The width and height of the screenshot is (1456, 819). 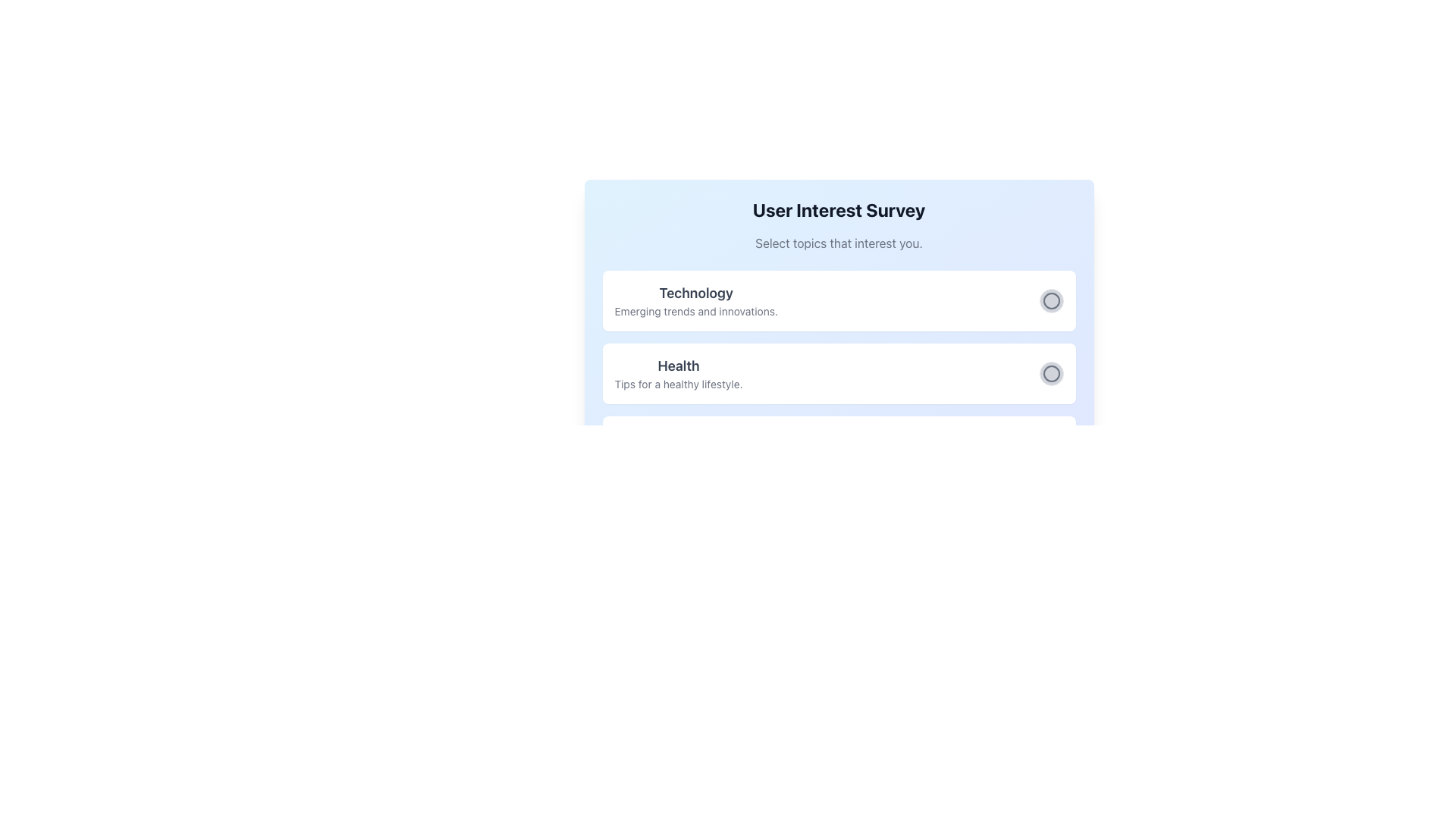 I want to click on the header text labeled 'Technology' which is styled in bold, medium-sized dark gray font within a blue-themed survey interface, so click(x=695, y=293).